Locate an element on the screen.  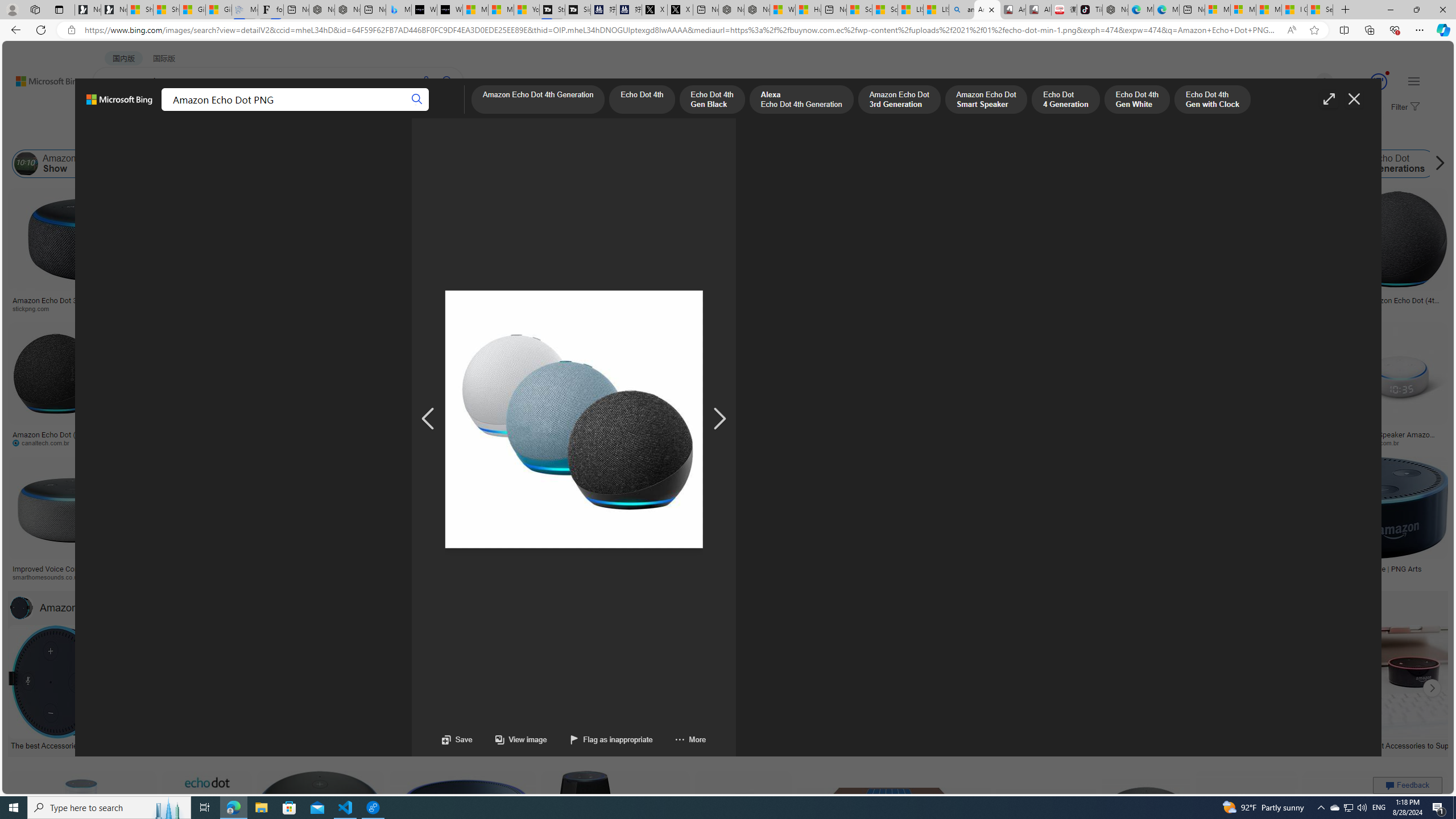
'License' is located at coordinates (378, 135).